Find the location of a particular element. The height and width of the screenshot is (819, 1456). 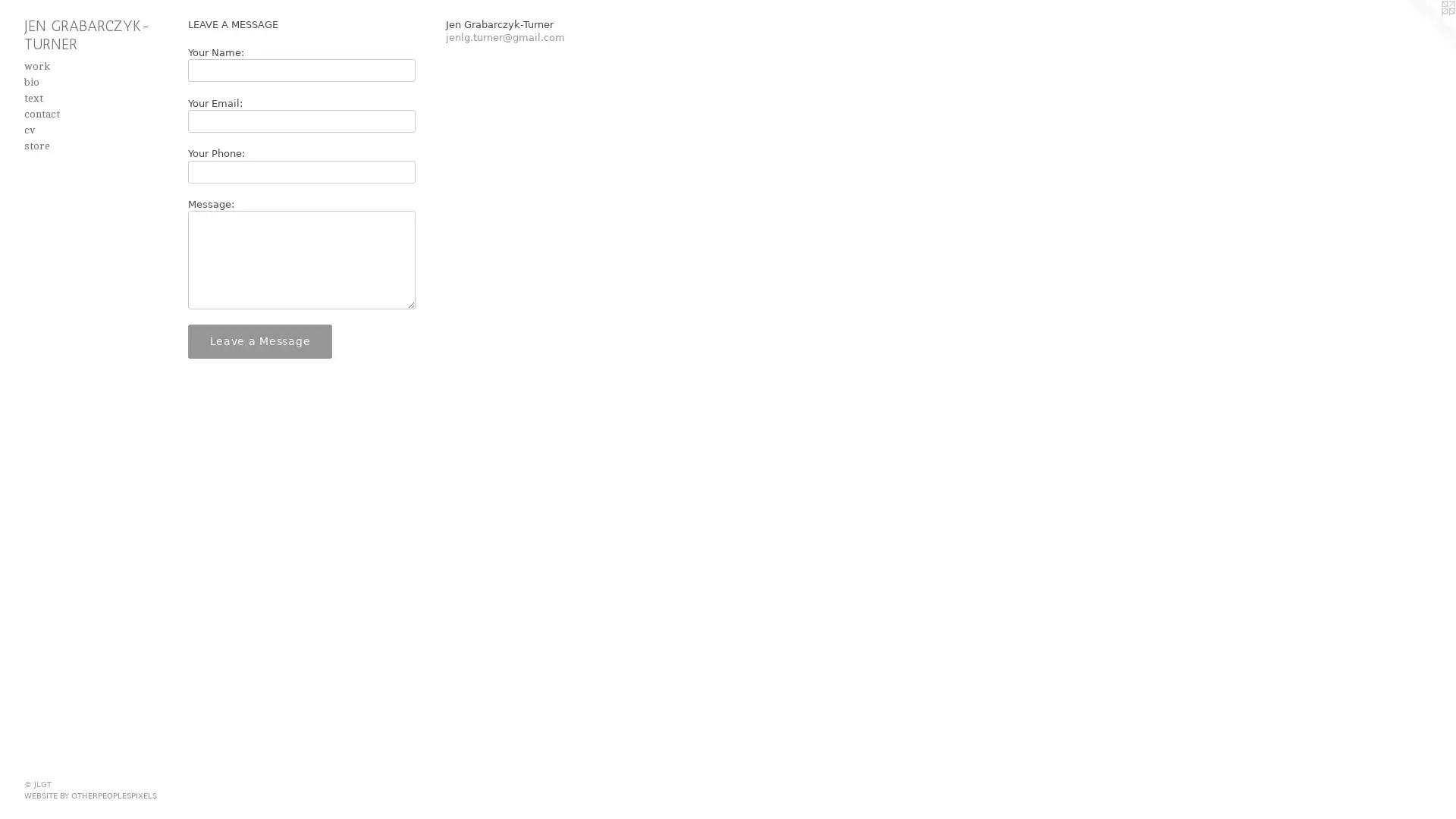

Leave a Message is located at coordinates (259, 340).